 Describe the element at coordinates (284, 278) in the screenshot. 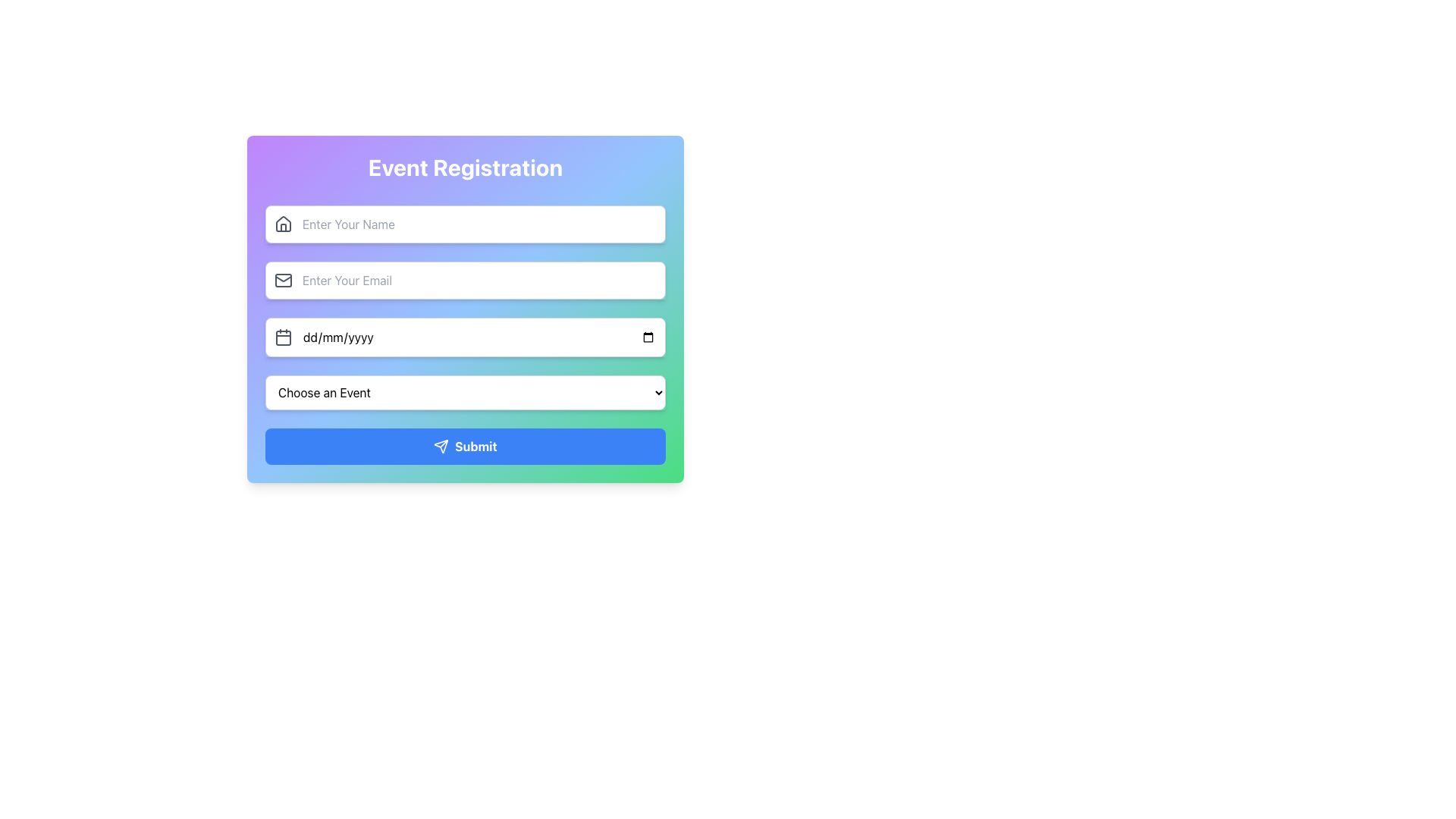

I see `top line of the envelope icon in the SVG component adjacent to the email input field using developer tools` at that location.